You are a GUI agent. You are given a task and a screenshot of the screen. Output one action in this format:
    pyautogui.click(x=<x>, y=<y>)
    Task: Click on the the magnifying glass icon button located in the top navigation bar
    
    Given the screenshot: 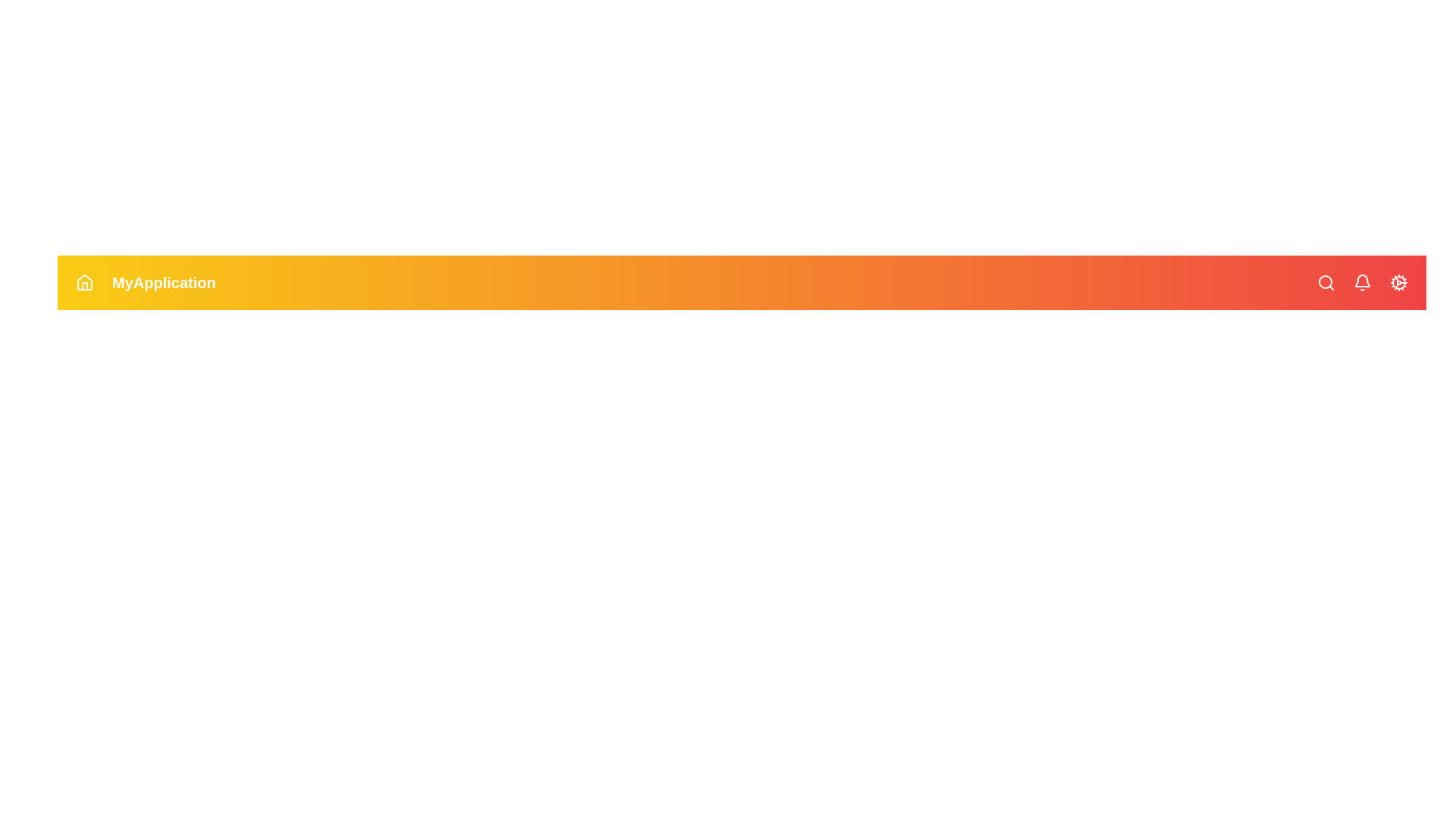 What is the action you would take?
    pyautogui.click(x=1325, y=283)
    